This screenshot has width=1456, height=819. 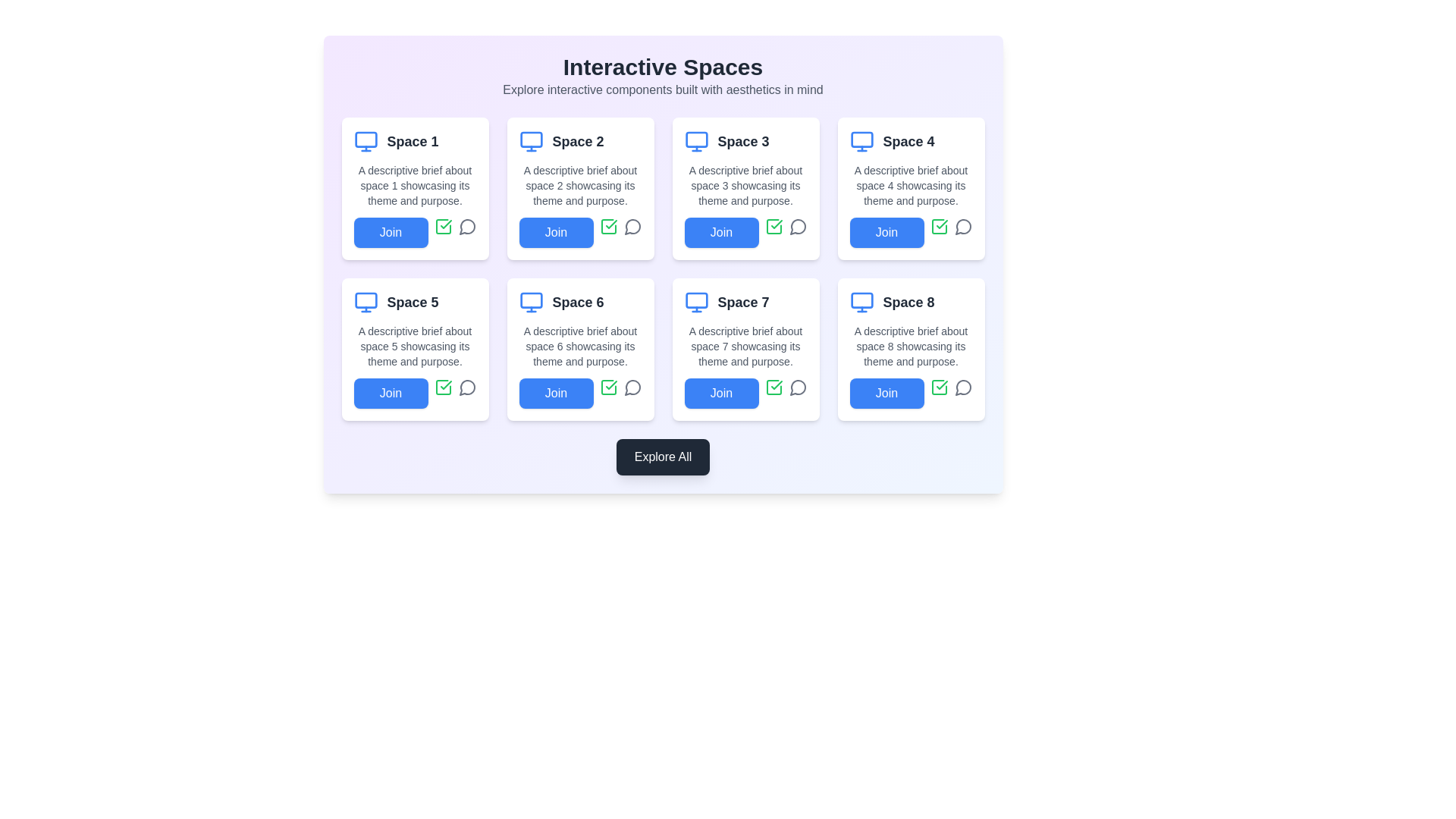 What do you see at coordinates (531, 141) in the screenshot?
I see `the monitor icon located to the left of the text label 'Space 2', which serves as a decorative representation of the associated content` at bounding box center [531, 141].